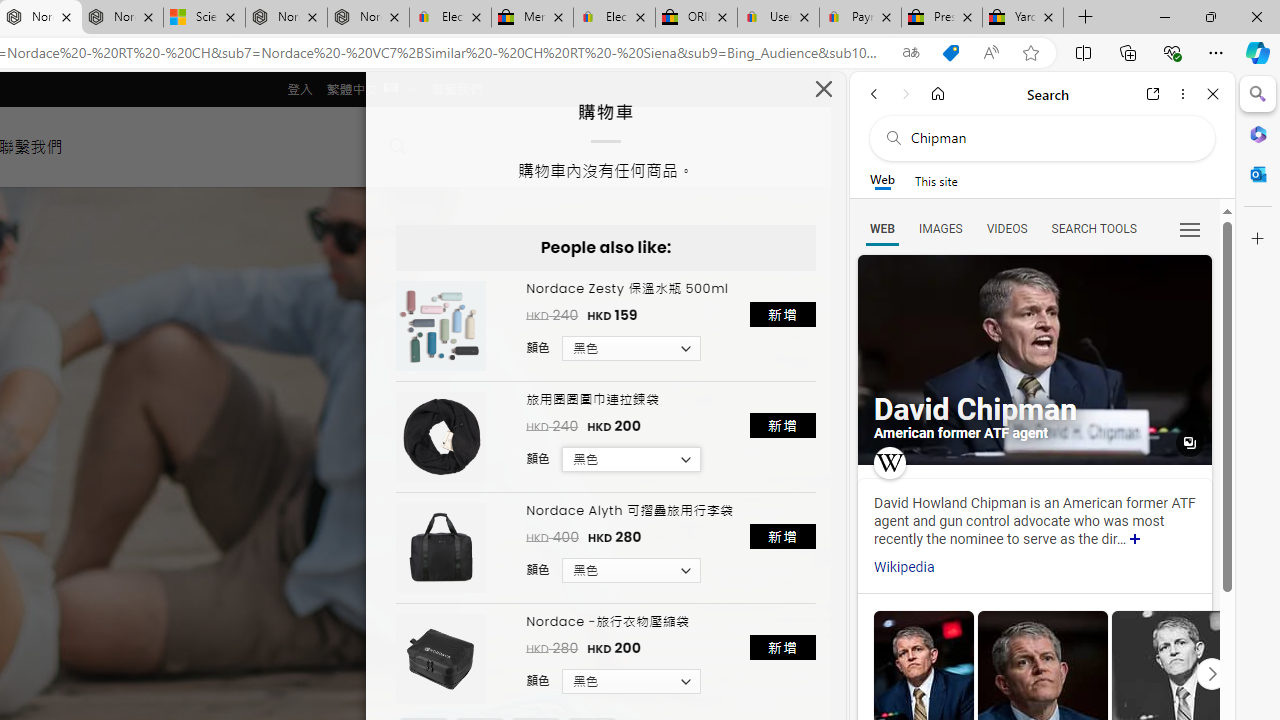 This screenshot has height=720, width=1280. I want to click on 'SEARCH TOOLS', so click(1092, 227).